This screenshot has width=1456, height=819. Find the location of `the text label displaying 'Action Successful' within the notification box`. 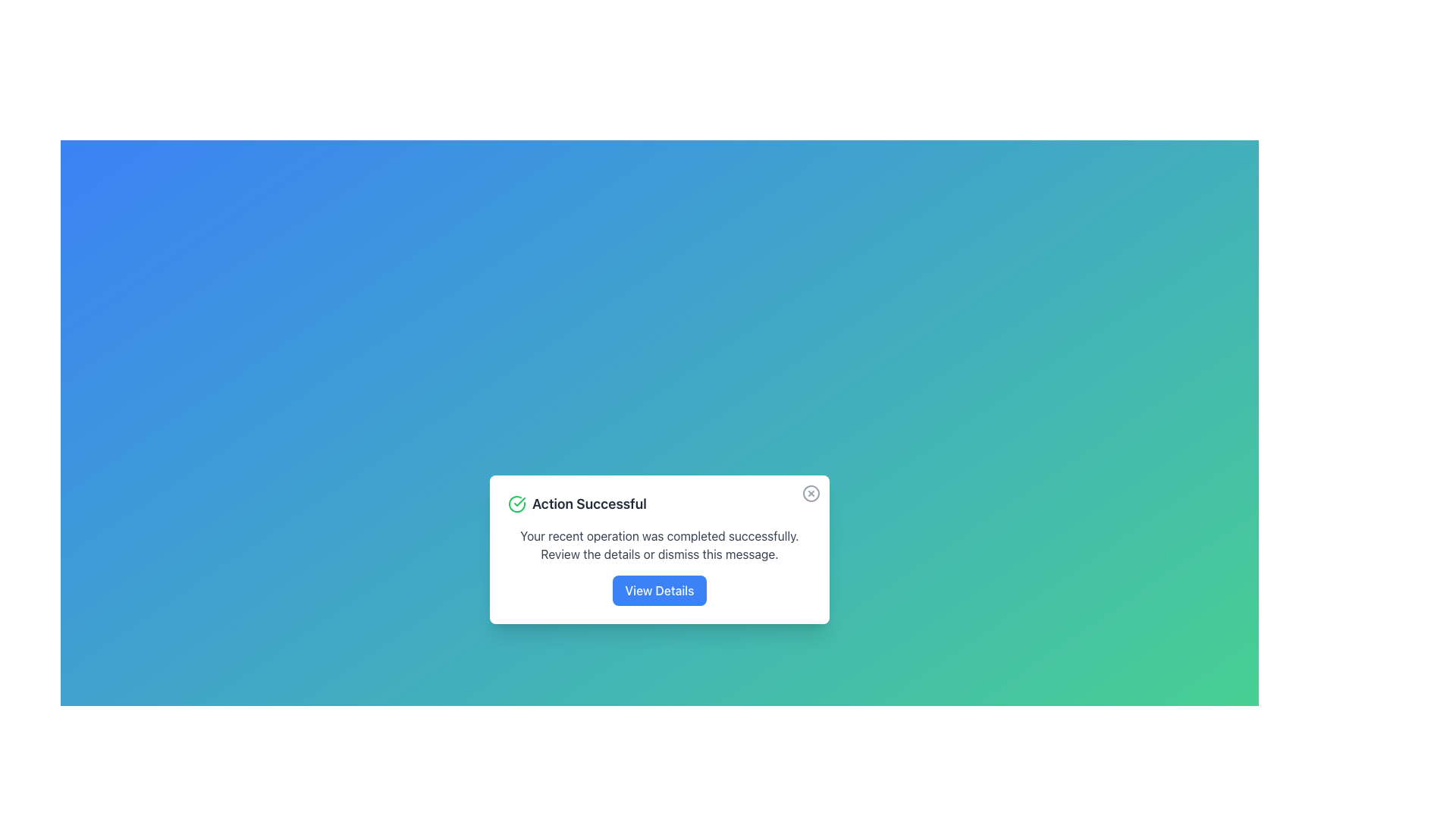

the text label displaying 'Action Successful' within the notification box is located at coordinates (588, 504).